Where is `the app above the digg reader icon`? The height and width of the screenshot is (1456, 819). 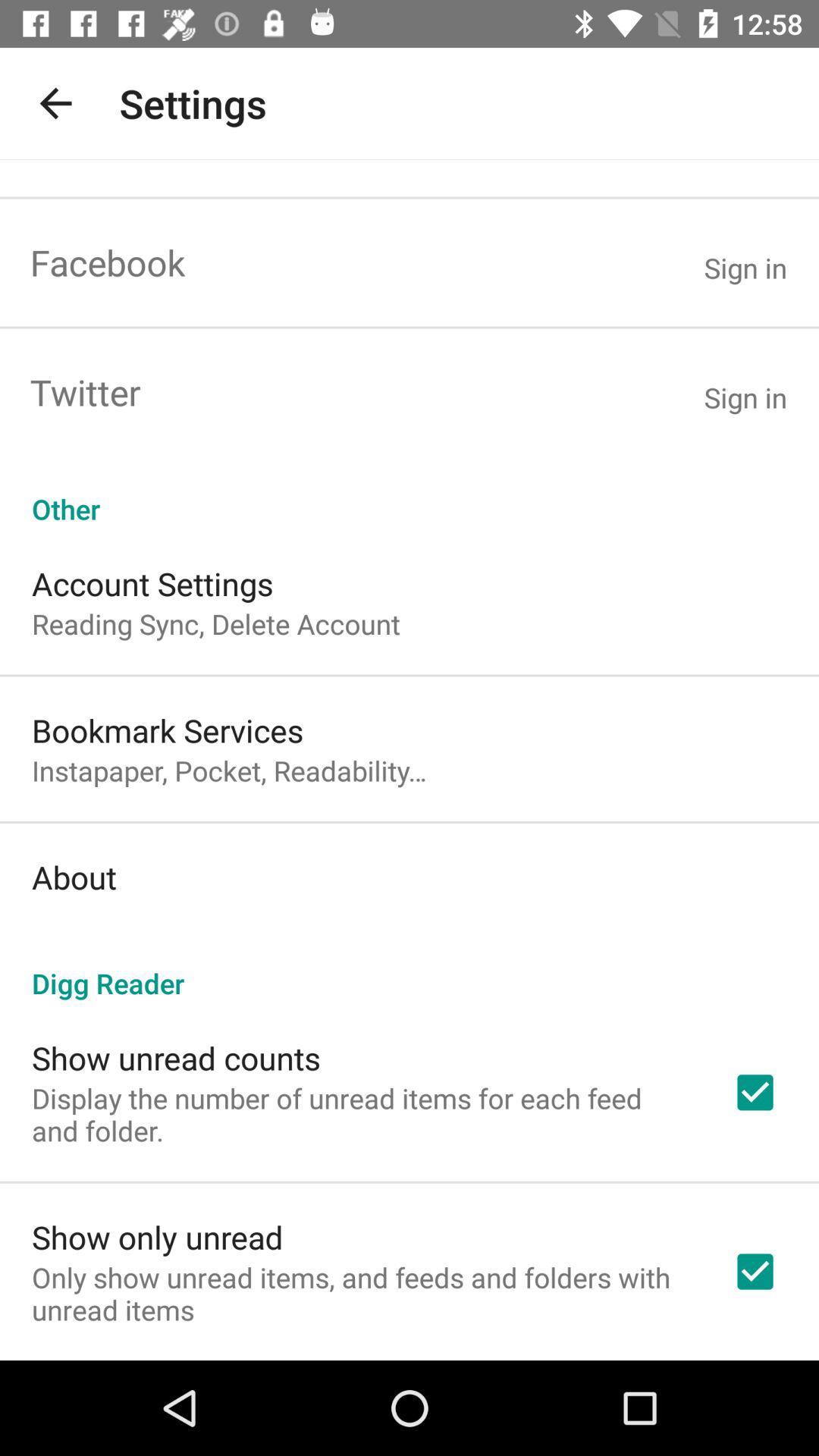
the app above the digg reader icon is located at coordinates (74, 877).